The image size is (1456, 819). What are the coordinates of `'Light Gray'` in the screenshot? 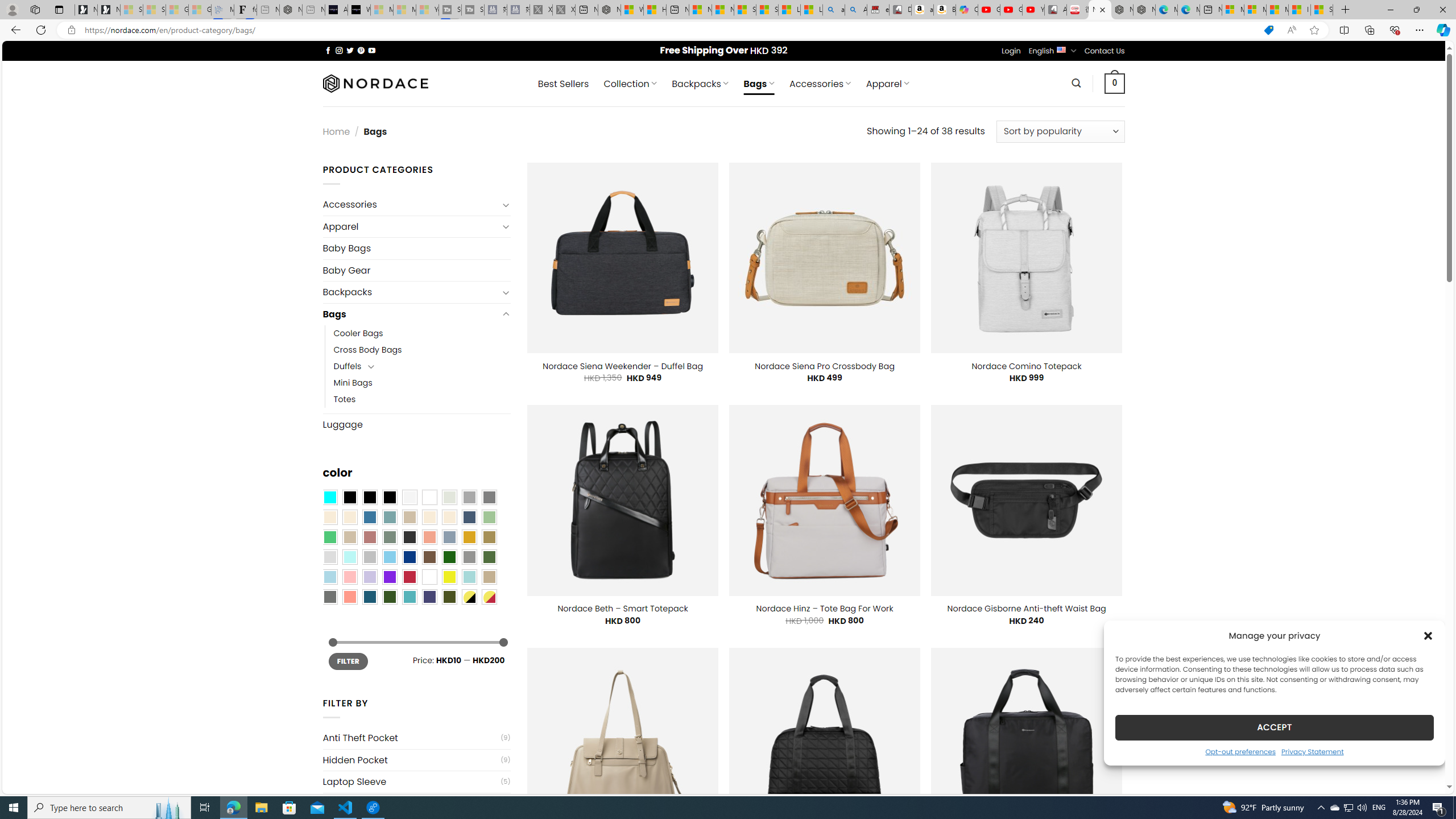 It's located at (329, 557).